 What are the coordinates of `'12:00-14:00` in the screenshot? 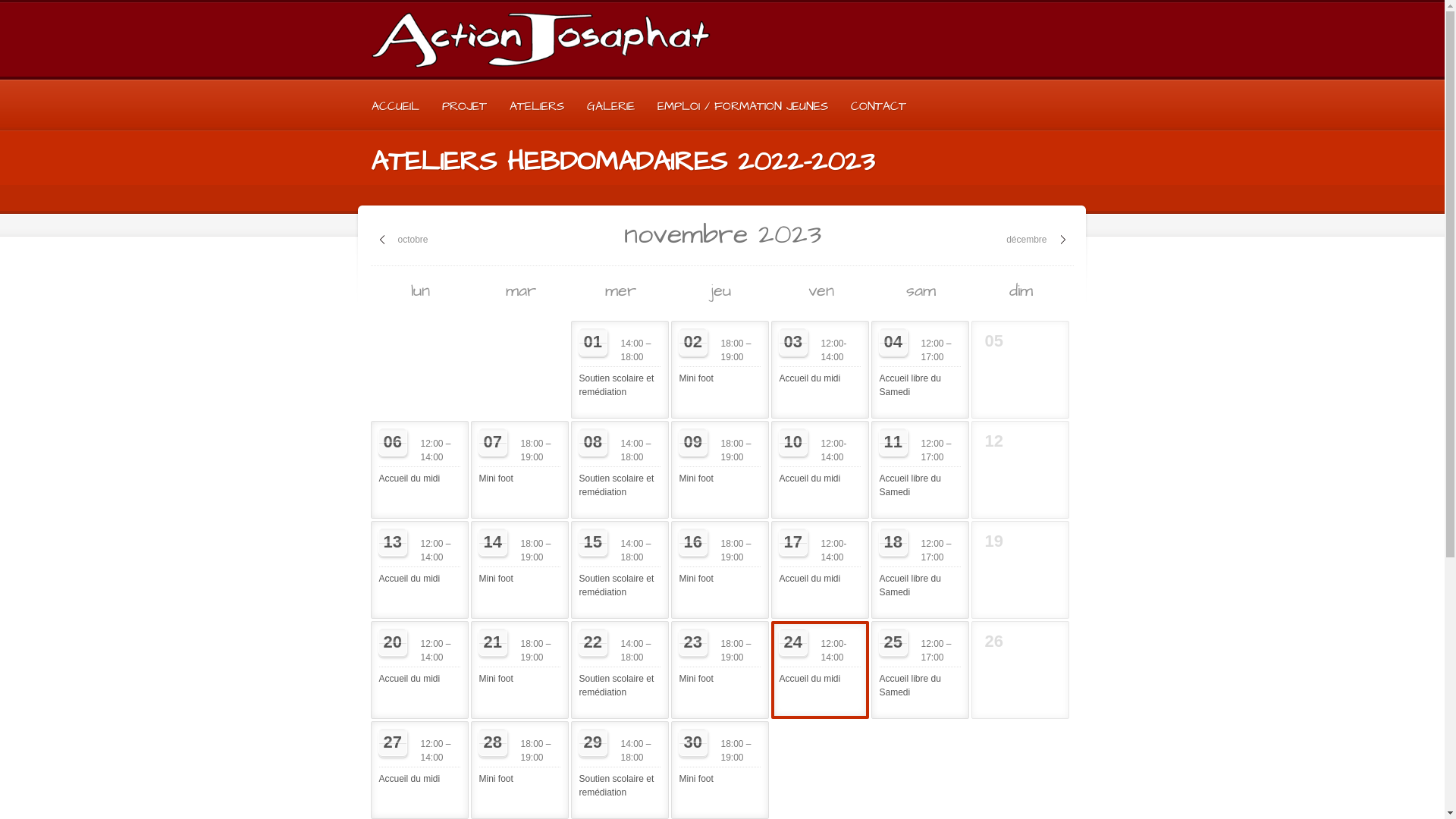 It's located at (819, 656).